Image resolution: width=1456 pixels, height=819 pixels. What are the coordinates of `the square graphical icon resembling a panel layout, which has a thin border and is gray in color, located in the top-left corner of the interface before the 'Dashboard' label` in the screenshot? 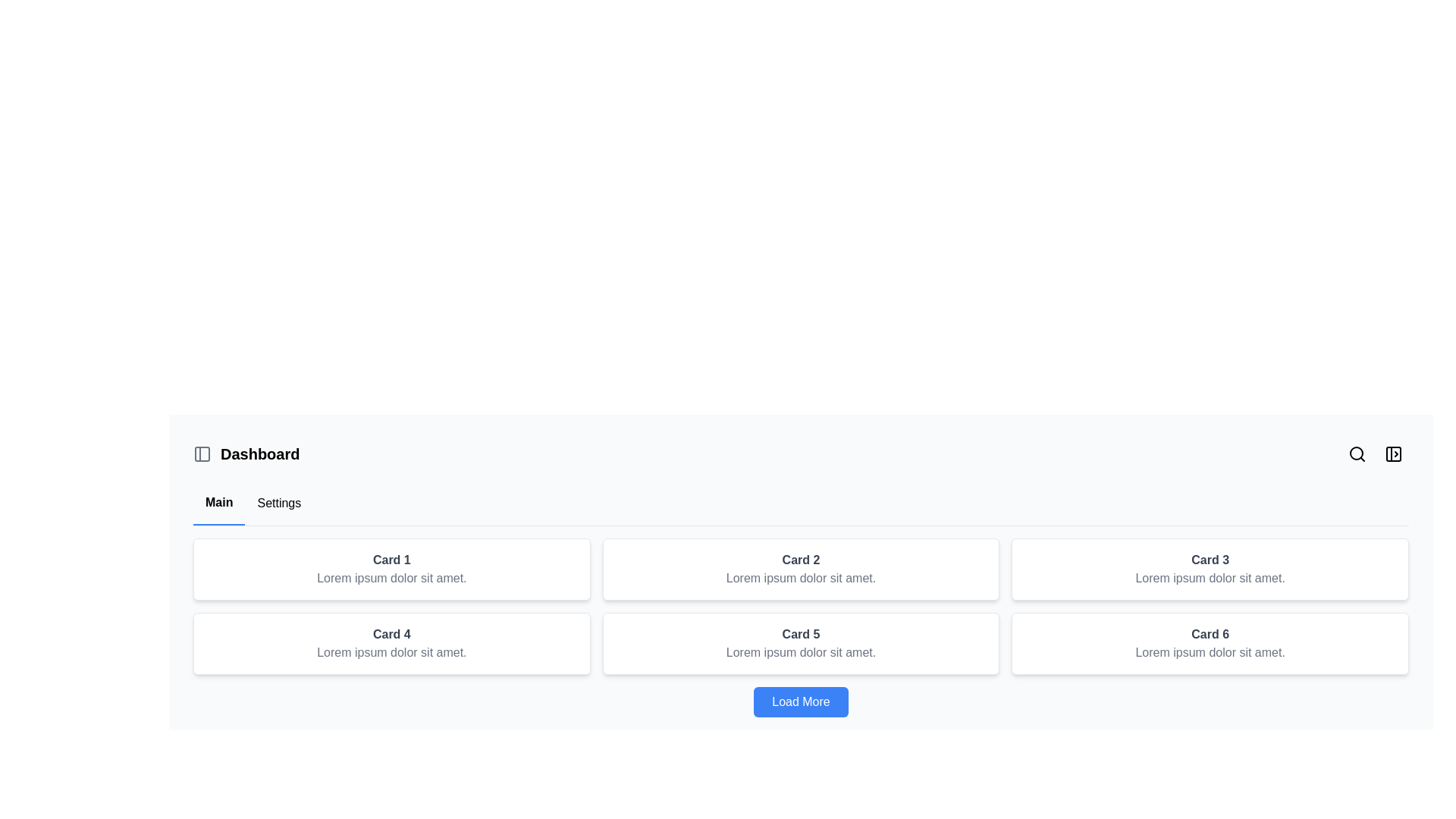 It's located at (202, 453).